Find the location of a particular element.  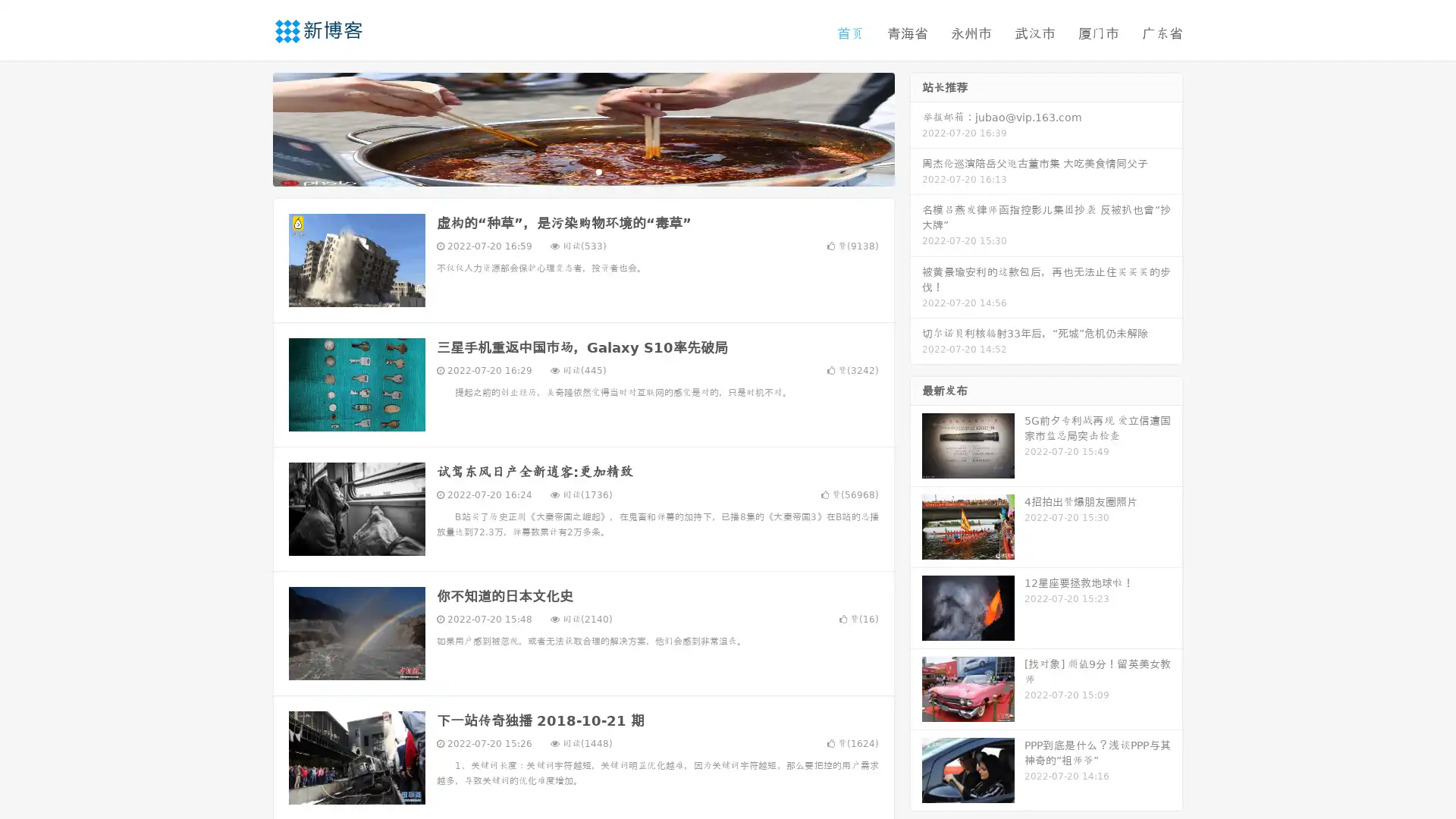

Next slide is located at coordinates (916, 127).